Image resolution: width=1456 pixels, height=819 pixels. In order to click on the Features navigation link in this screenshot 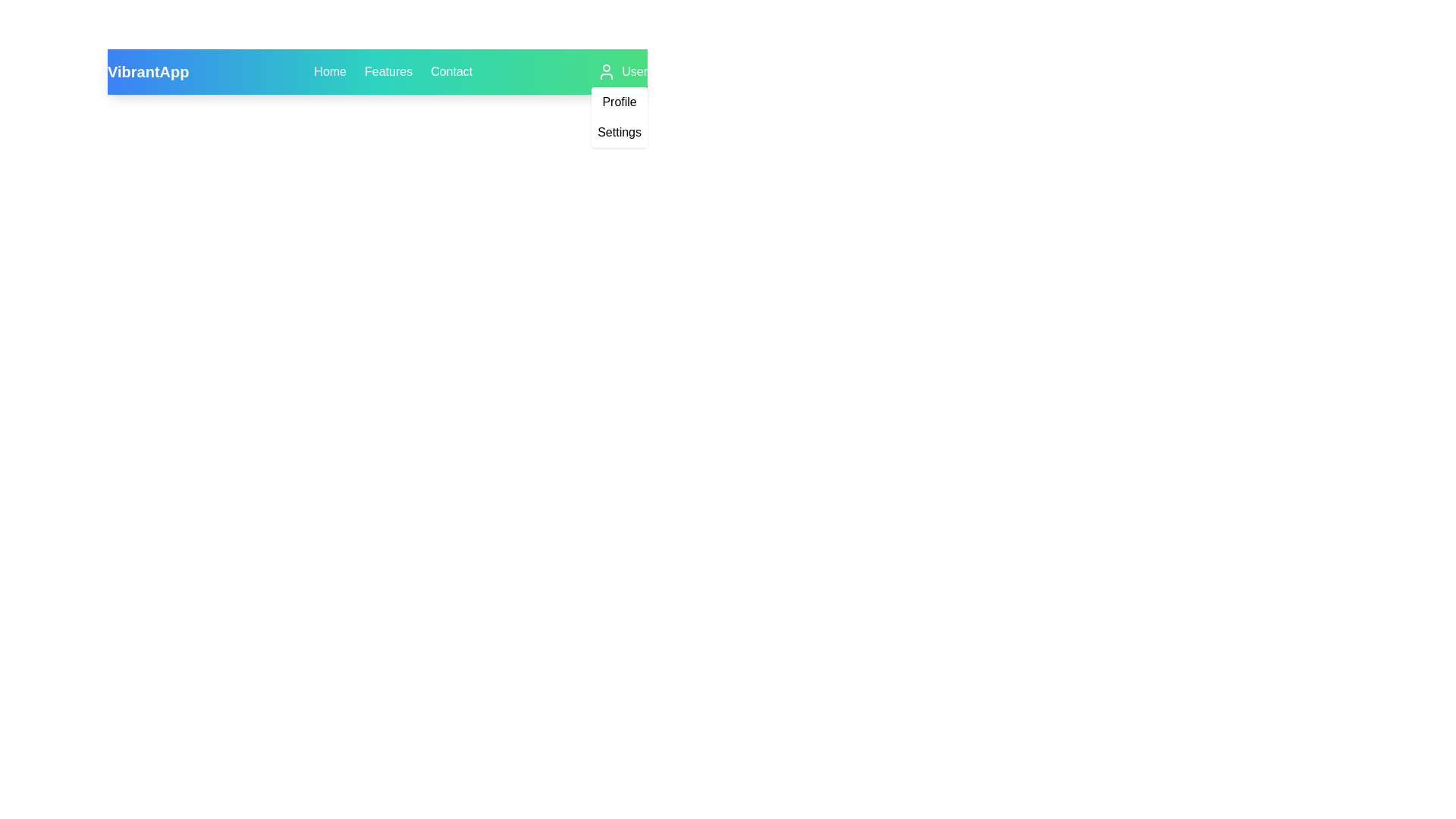, I will do `click(388, 72)`.